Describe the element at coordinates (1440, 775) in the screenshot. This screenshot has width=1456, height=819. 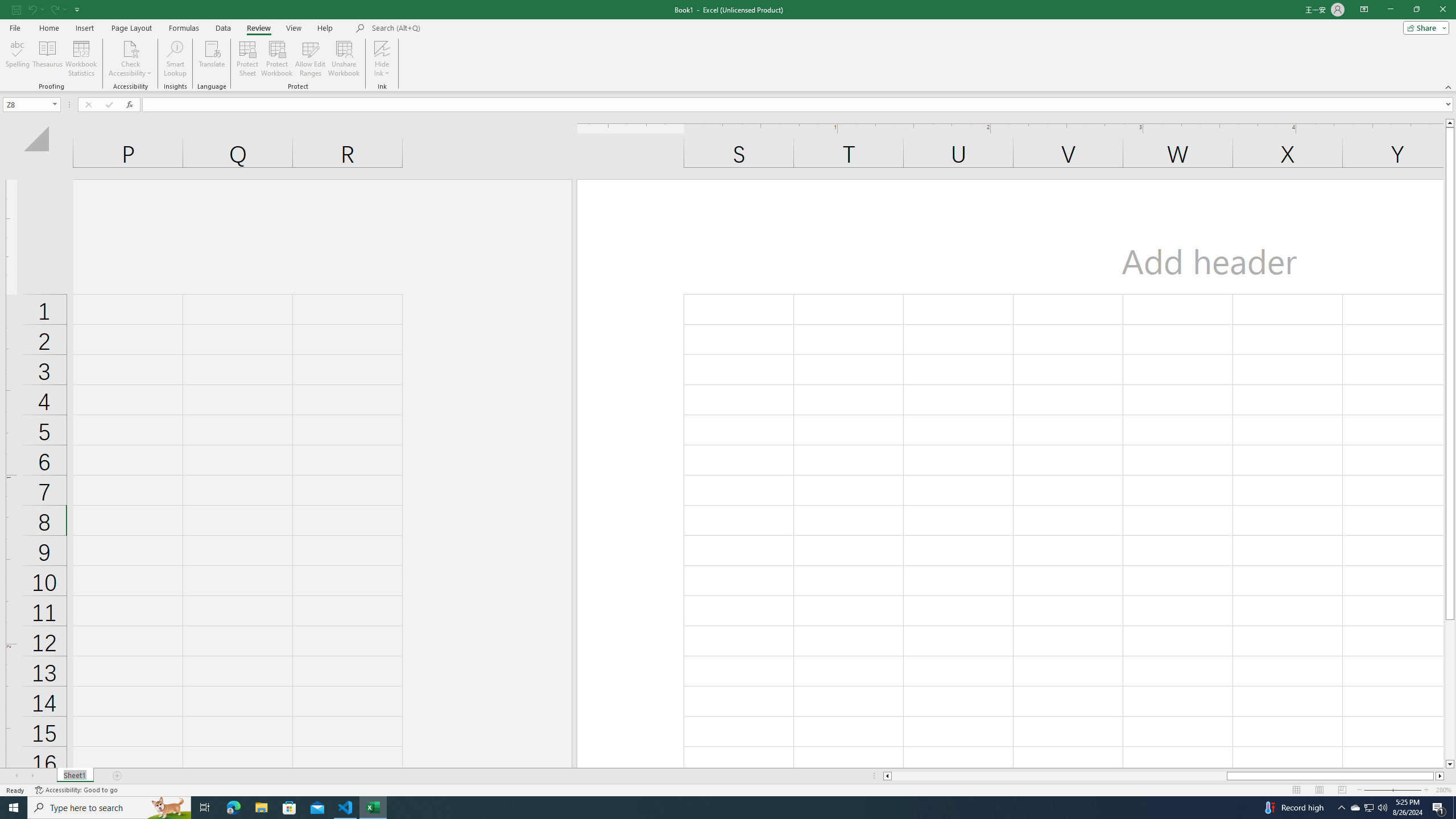
I see `'Column right'` at that location.